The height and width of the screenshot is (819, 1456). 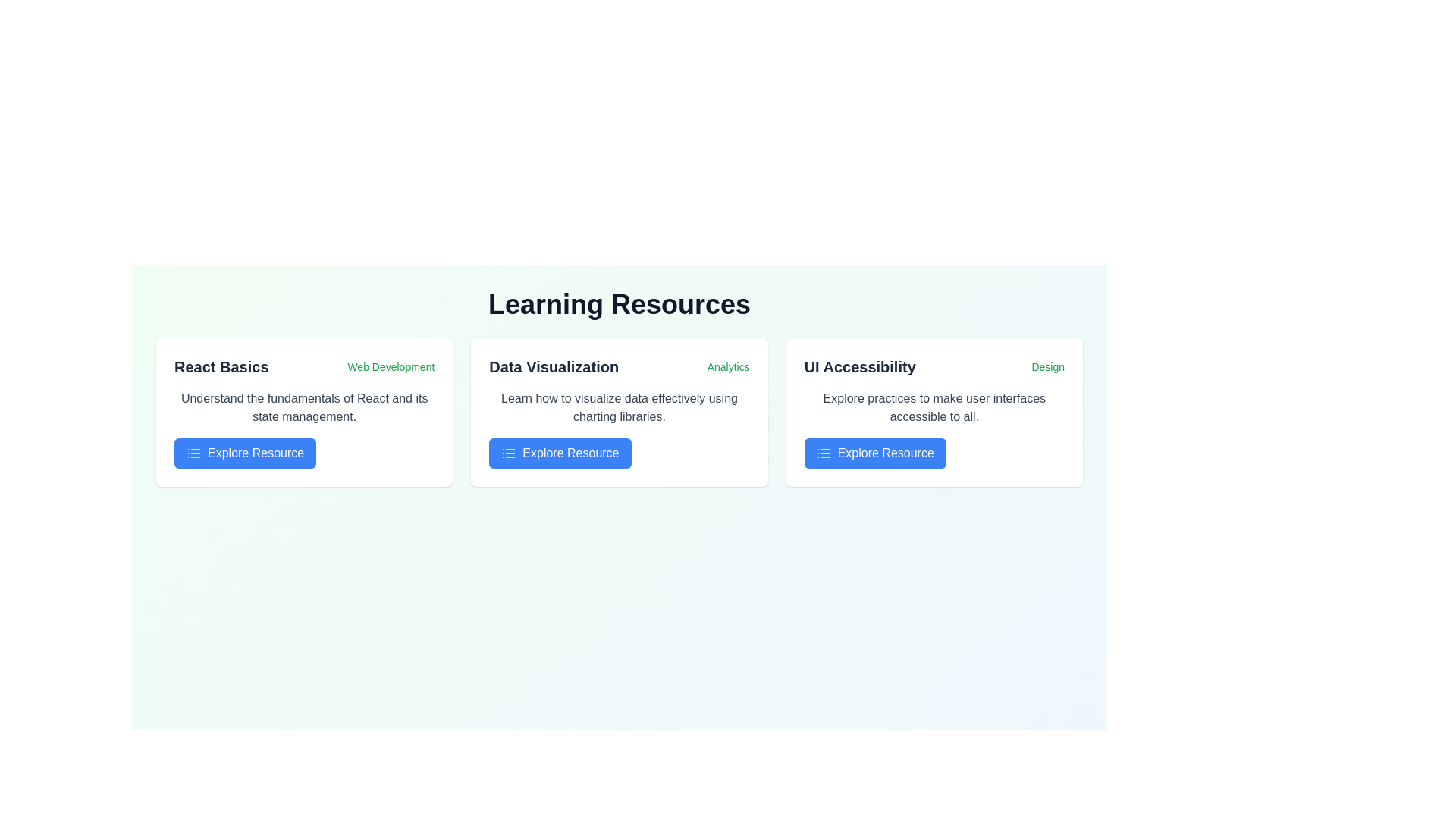 I want to click on text contained in the informational card titled 'React Basics' with the subtitle 'Web Development' and a button labeled 'Explore Resource', so click(x=303, y=412).